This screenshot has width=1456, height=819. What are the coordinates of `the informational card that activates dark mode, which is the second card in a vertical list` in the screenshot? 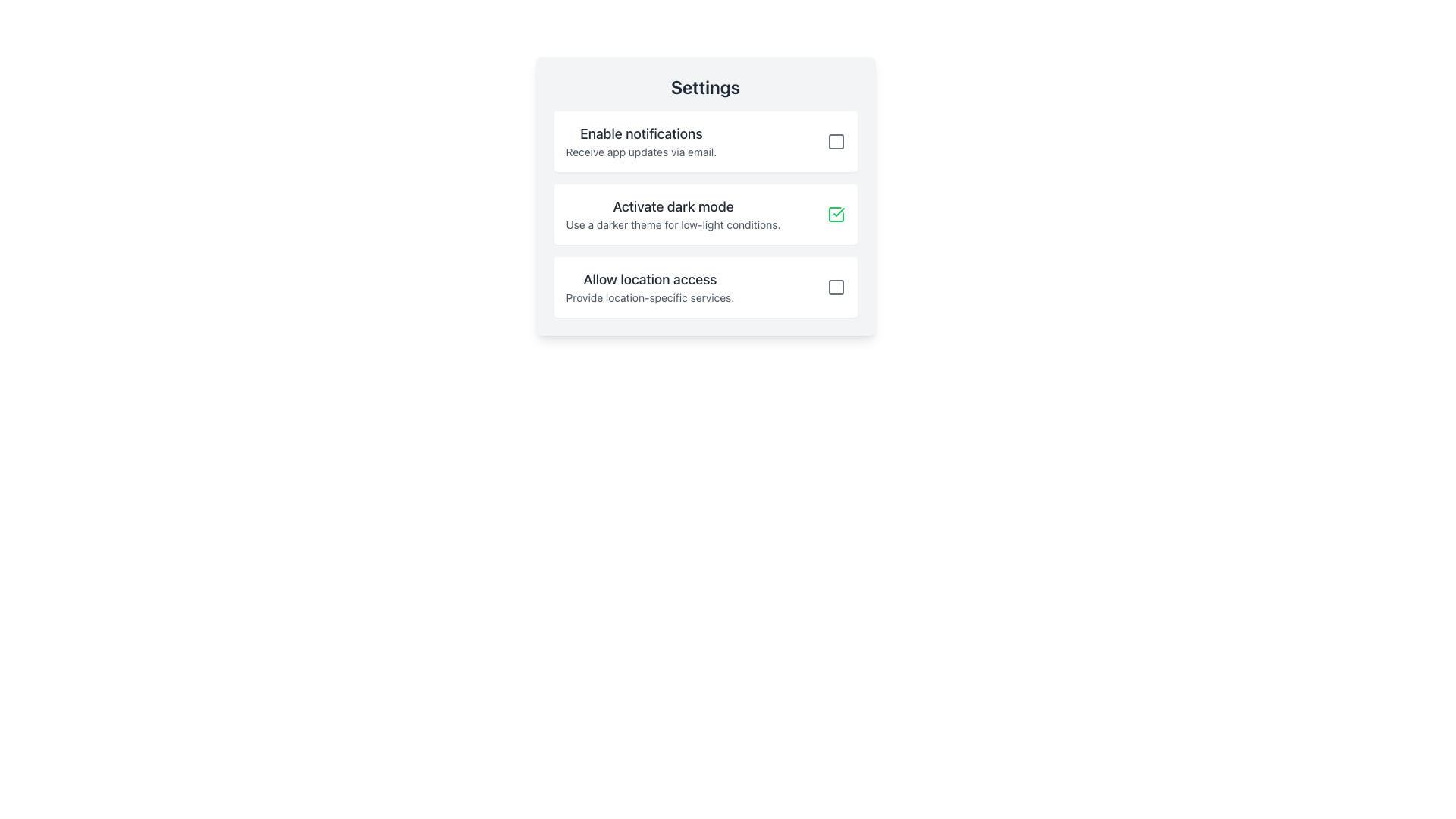 It's located at (704, 214).